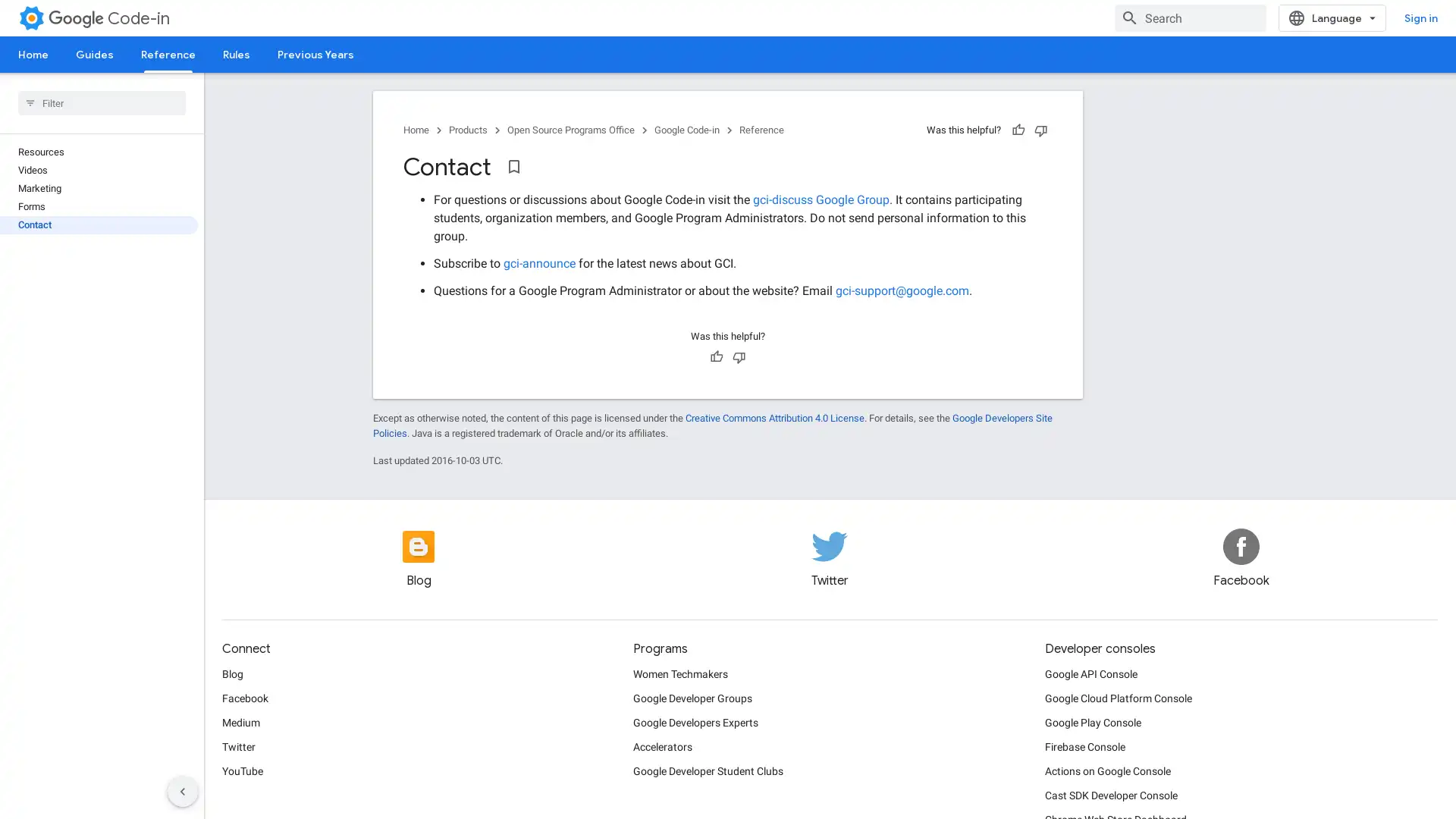  Describe the element at coordinates (1040, 130) in the screenshot. I see `Not helpful` at that location.